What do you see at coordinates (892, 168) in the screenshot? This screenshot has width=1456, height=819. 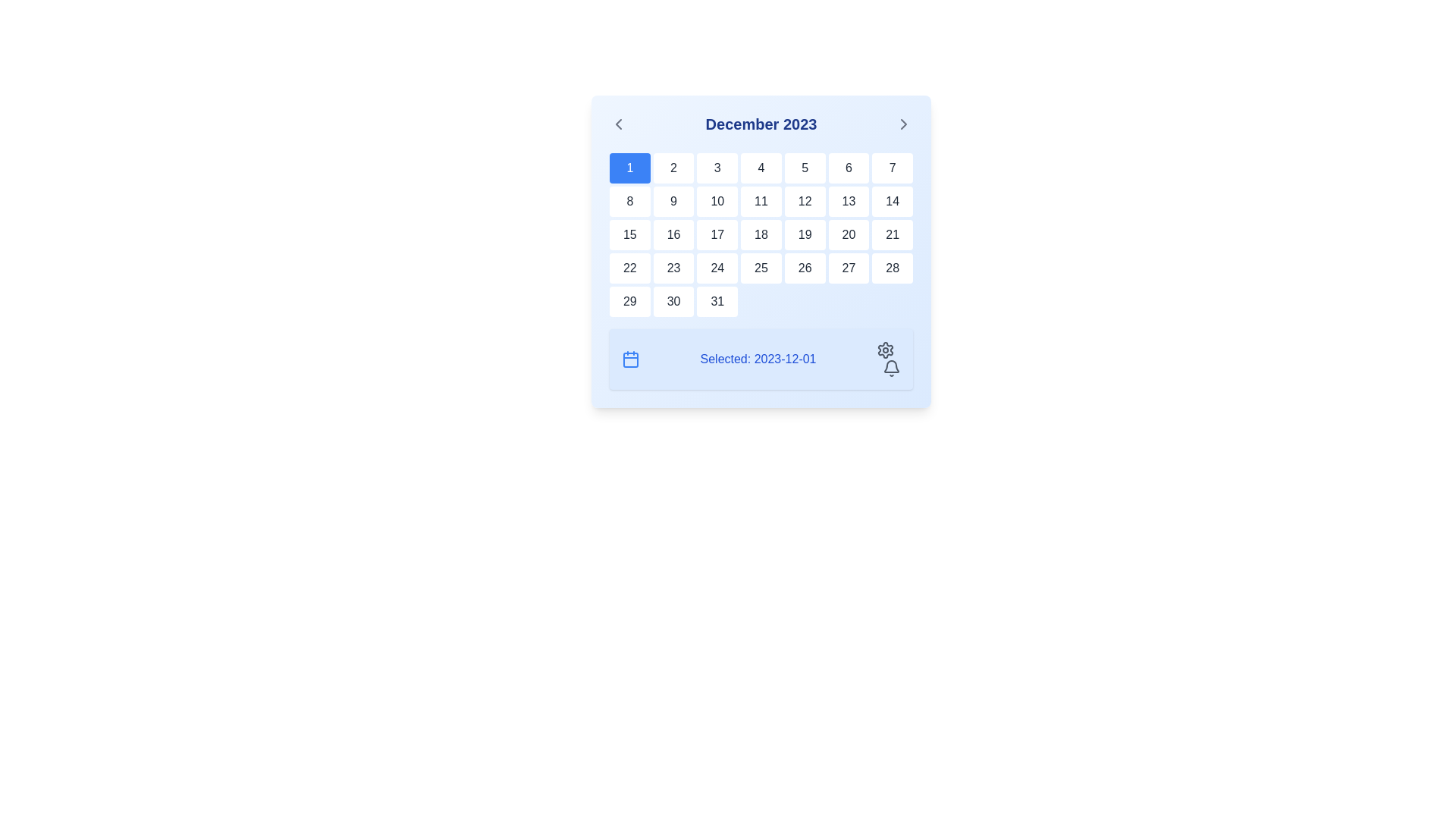 I see `the small rectangular button with rounded corners and the numeral '7' in a dark font` at bounding box center [892, 168].